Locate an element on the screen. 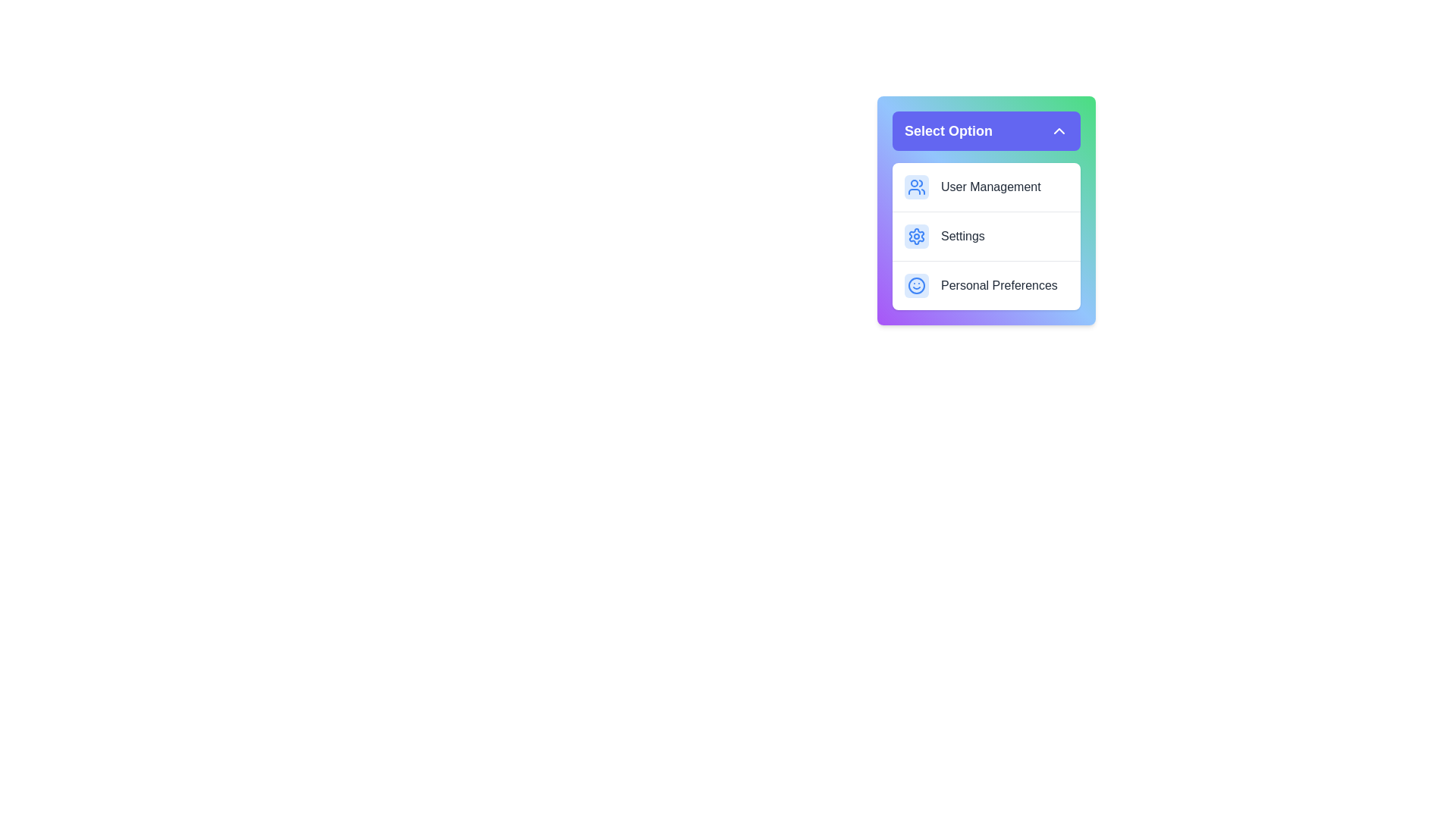 The width and height of the screenshot is (1456, 819). the upward-pointing chevron icon button with a white border and purple background located in the top-right corner of the 'Select Option' header is located at coordinates (1058, 130).